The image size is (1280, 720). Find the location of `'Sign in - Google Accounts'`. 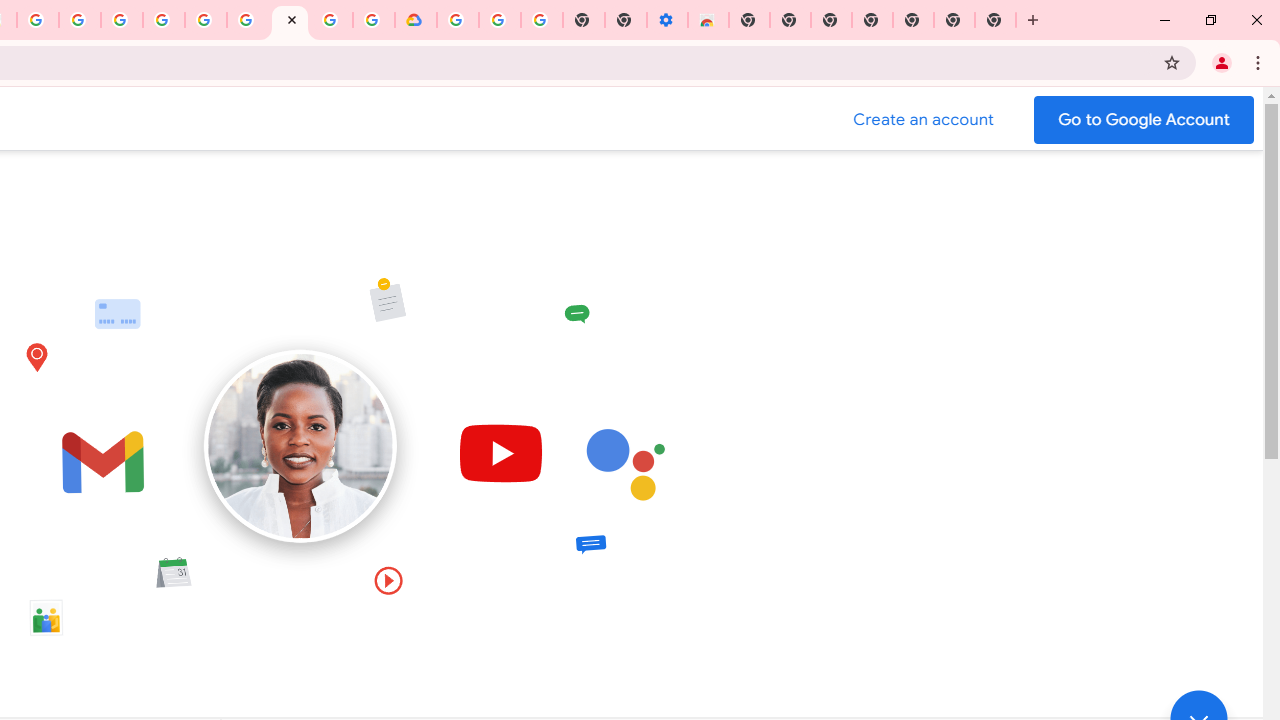

'Sign in - Google Accounts' is located at coordinates (332, 20).